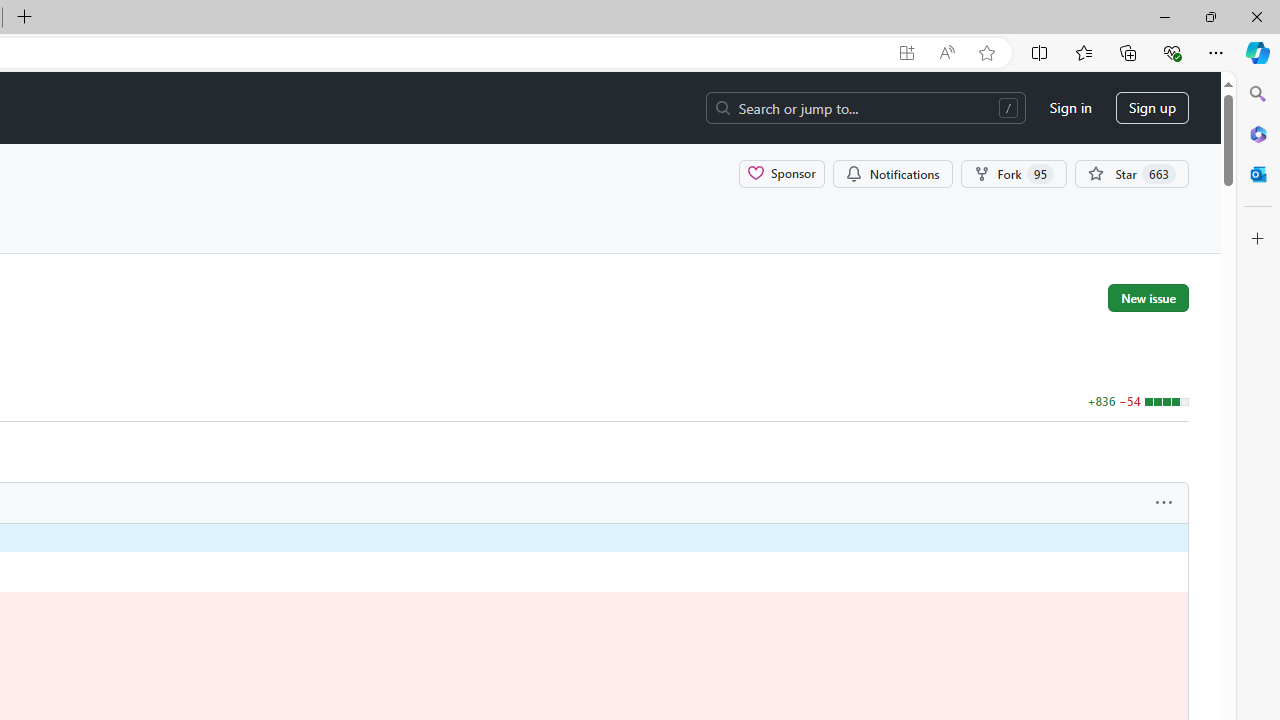  I want to click on 'New issue', so click(1148, 297).